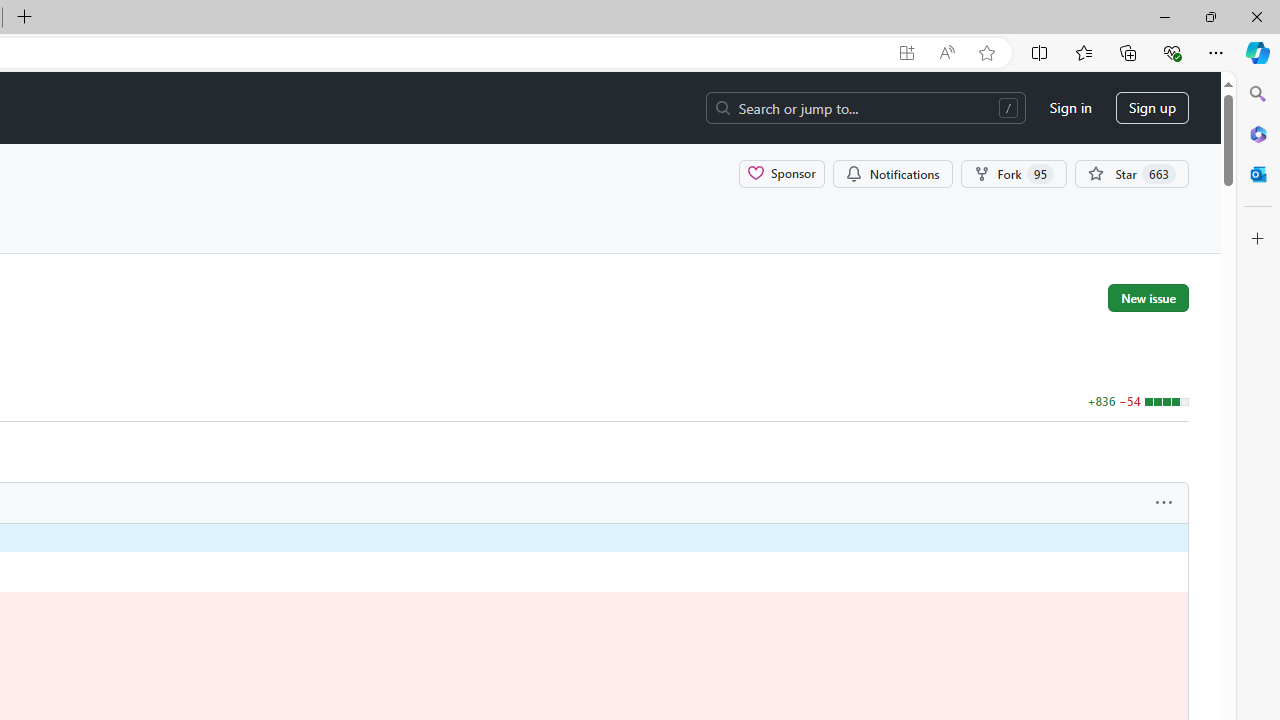  I want to click on 'New issue', so click(1148, 297).